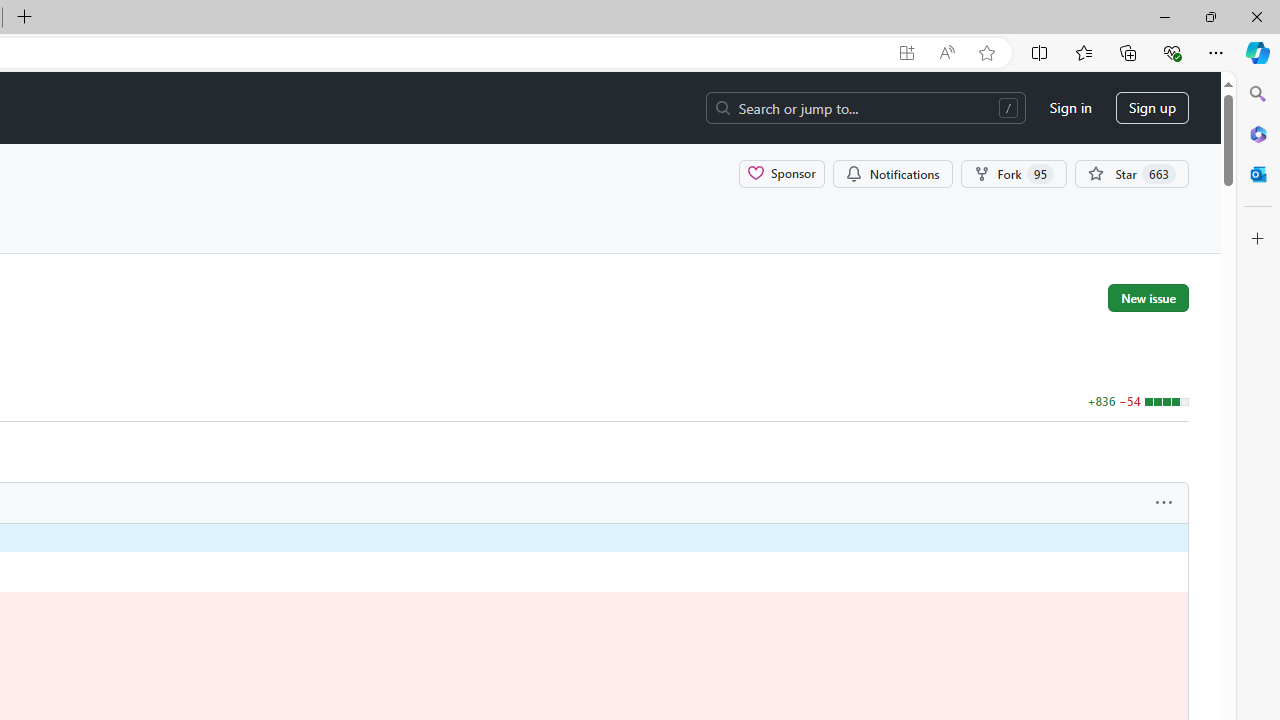  I want to click on 'New issue', so click(1148, 297).